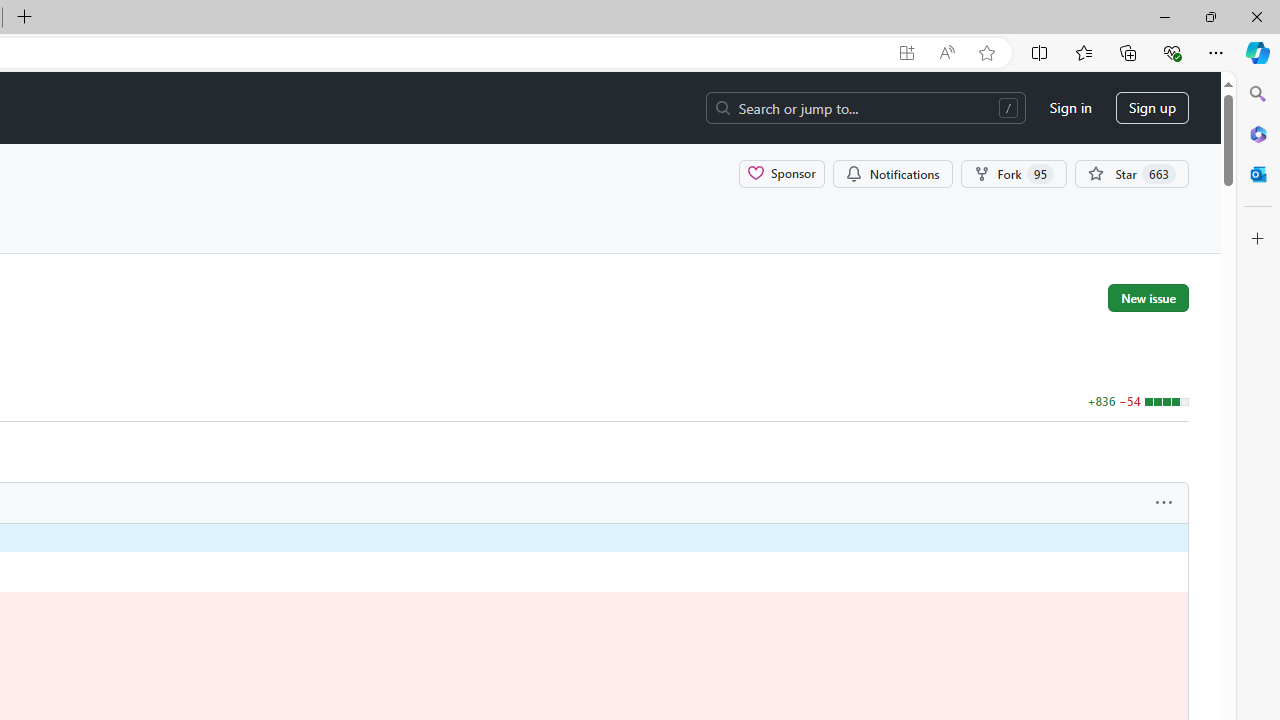  I want to click on 'New issue', so click(1148, 297).